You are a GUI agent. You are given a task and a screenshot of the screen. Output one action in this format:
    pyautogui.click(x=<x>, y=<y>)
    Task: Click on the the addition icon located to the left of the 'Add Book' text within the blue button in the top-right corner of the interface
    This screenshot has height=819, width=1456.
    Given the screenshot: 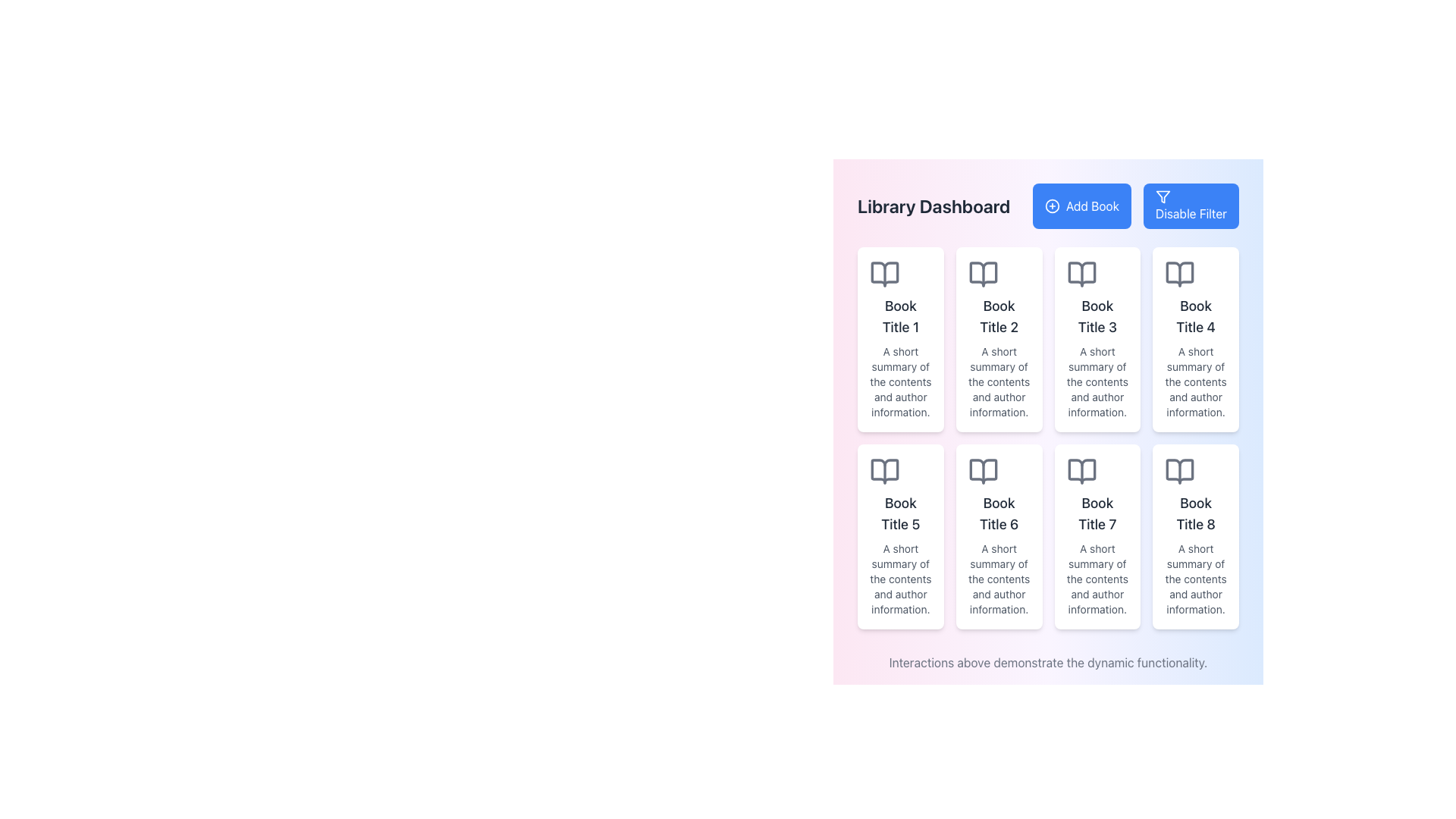 What is the action you would take?
    pyautogui.click(x=1051, y=206)
    